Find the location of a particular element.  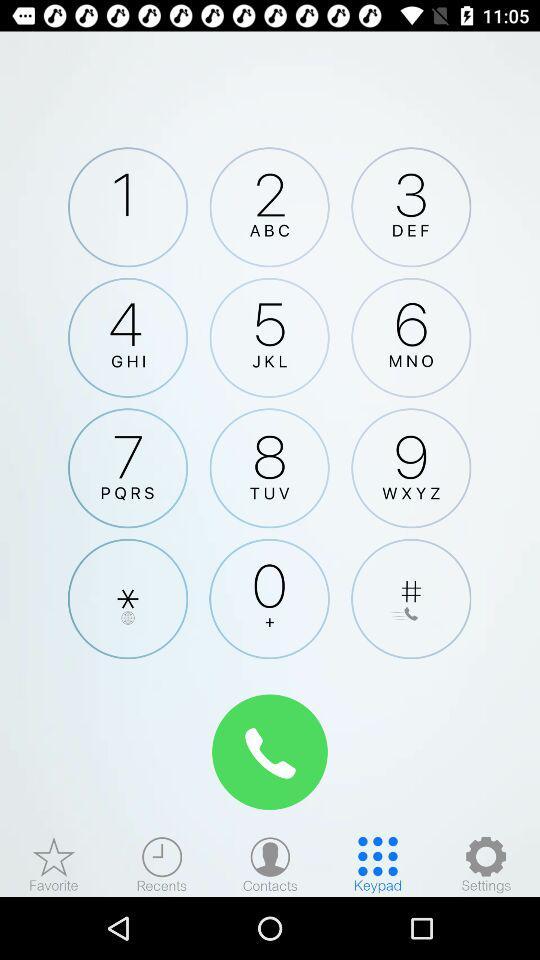

number 6 is located at coordinates (410, 337).